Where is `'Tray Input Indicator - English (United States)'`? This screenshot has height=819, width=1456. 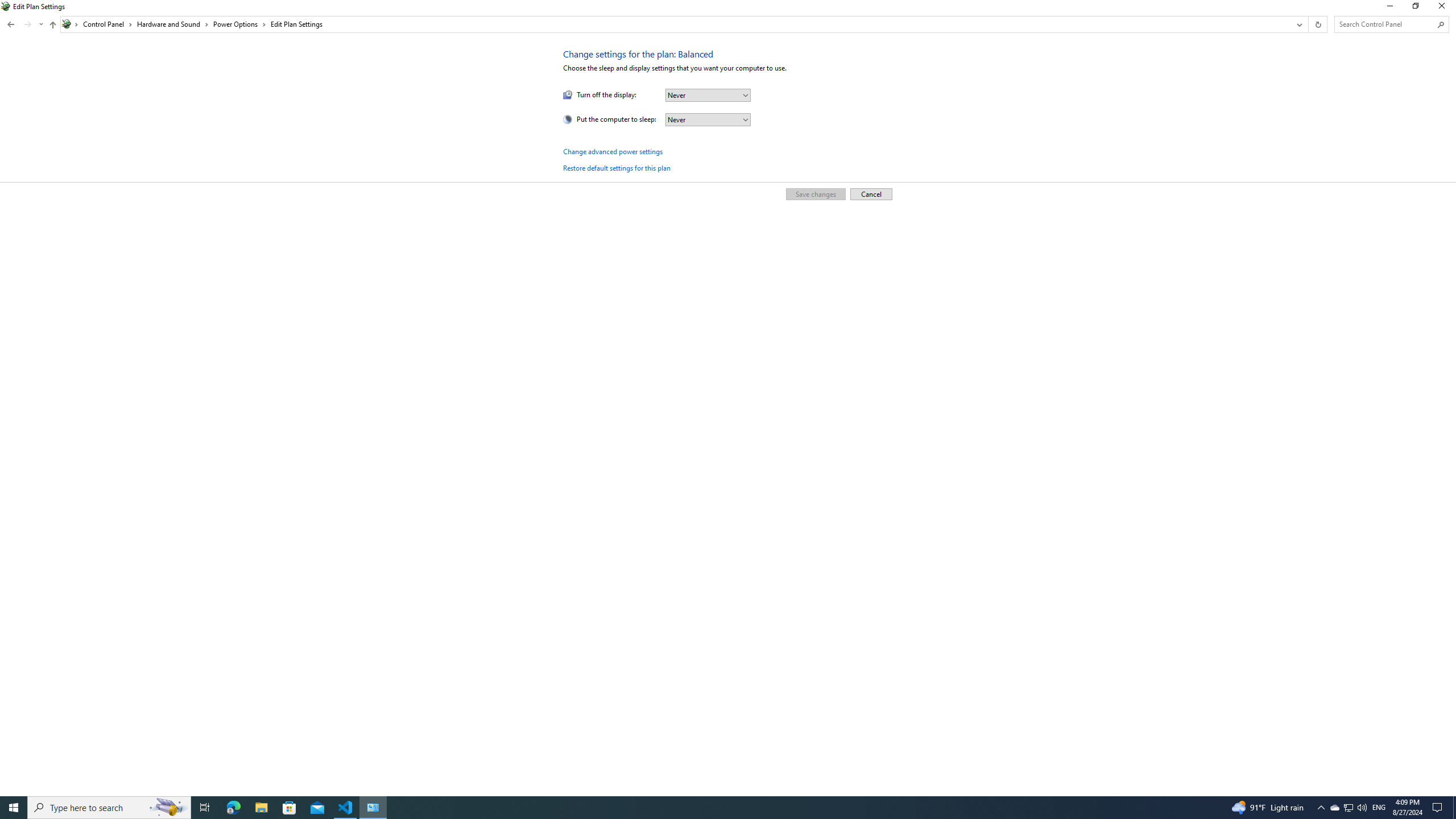
'Tray Input Indicator - English (United States)' is located at coordinates (1379, 806).